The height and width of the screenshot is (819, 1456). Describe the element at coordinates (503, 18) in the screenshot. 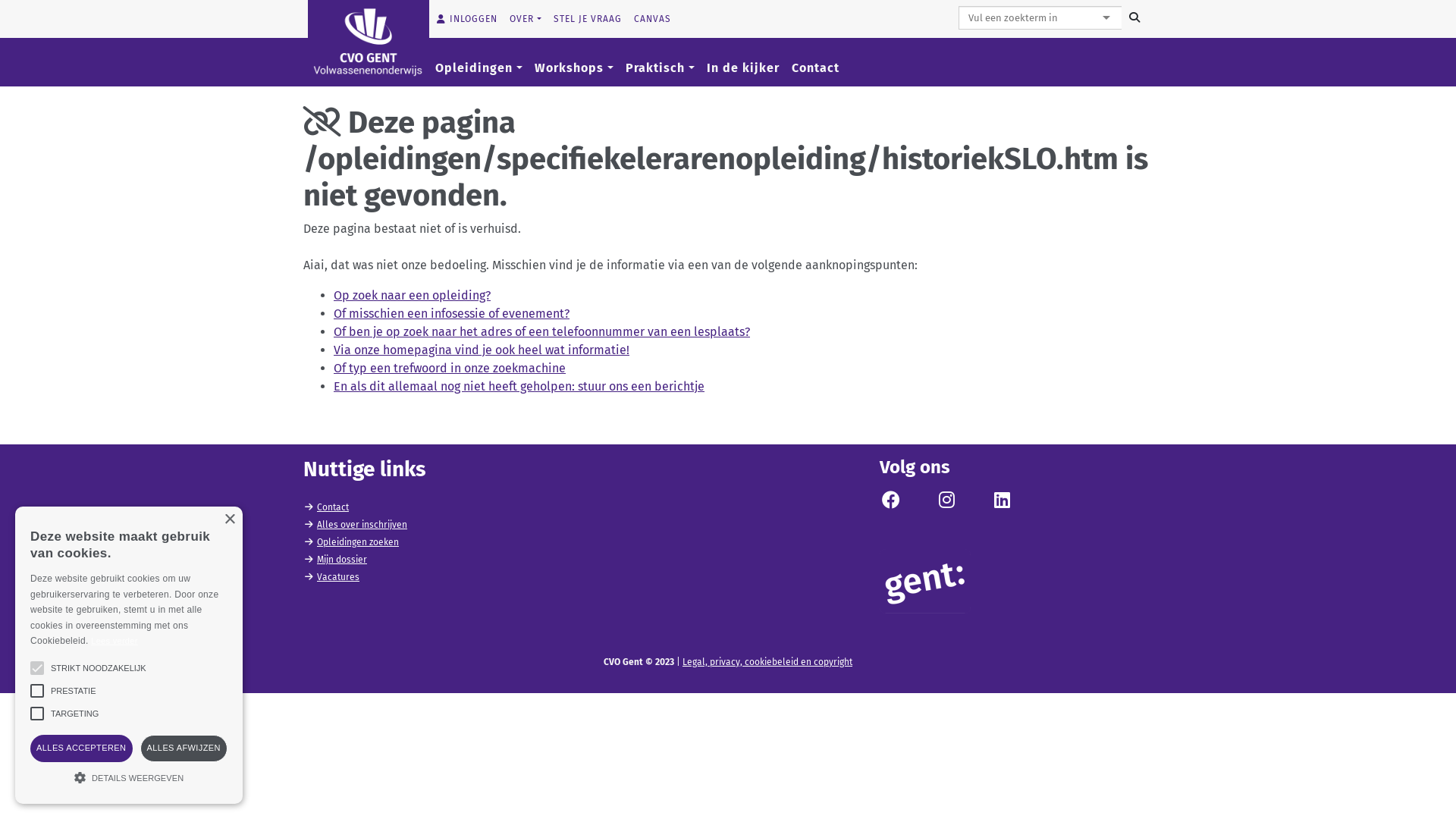

I see `'OVER'` at that location.